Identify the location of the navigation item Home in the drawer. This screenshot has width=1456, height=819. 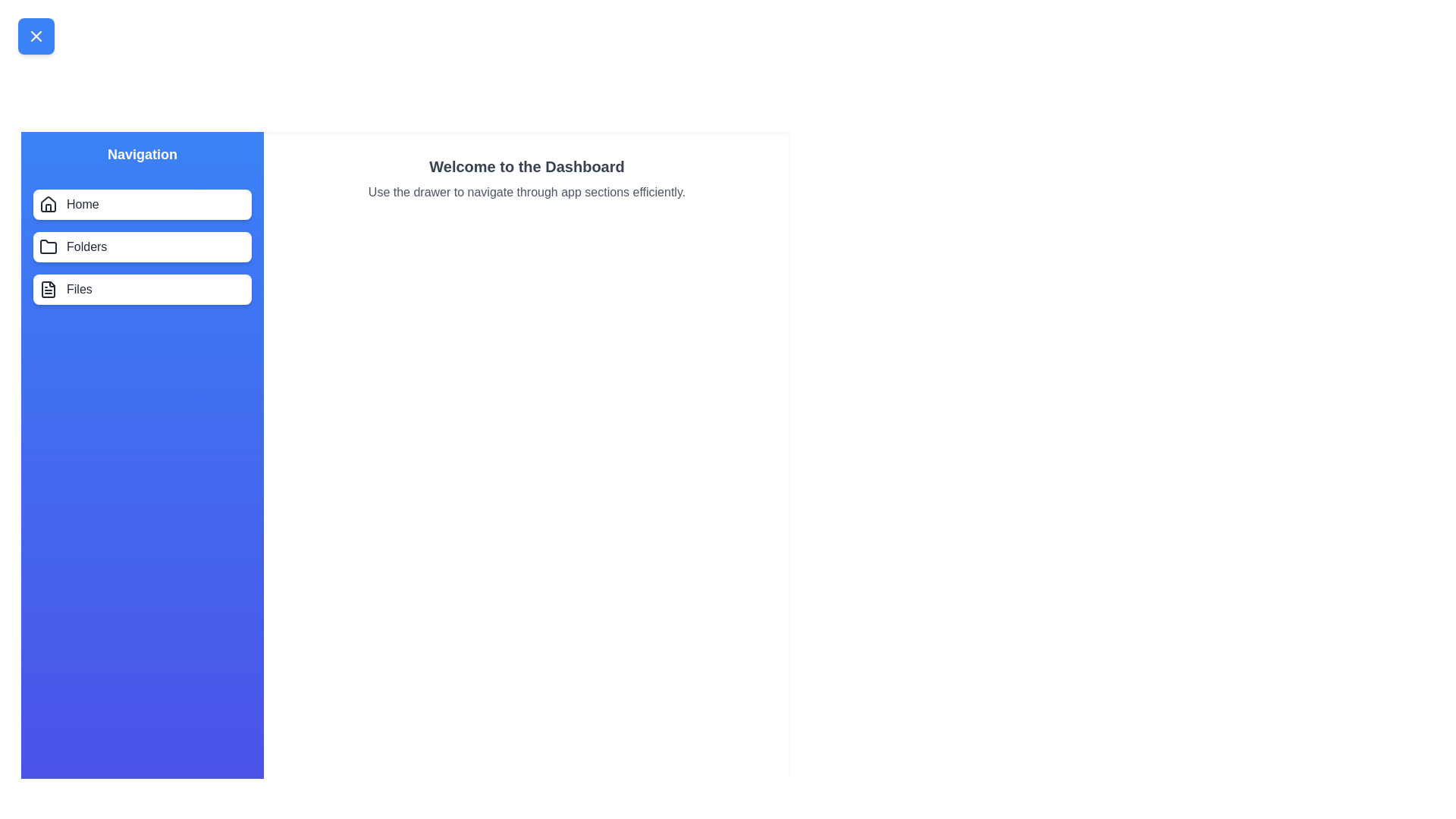
(142, 205).